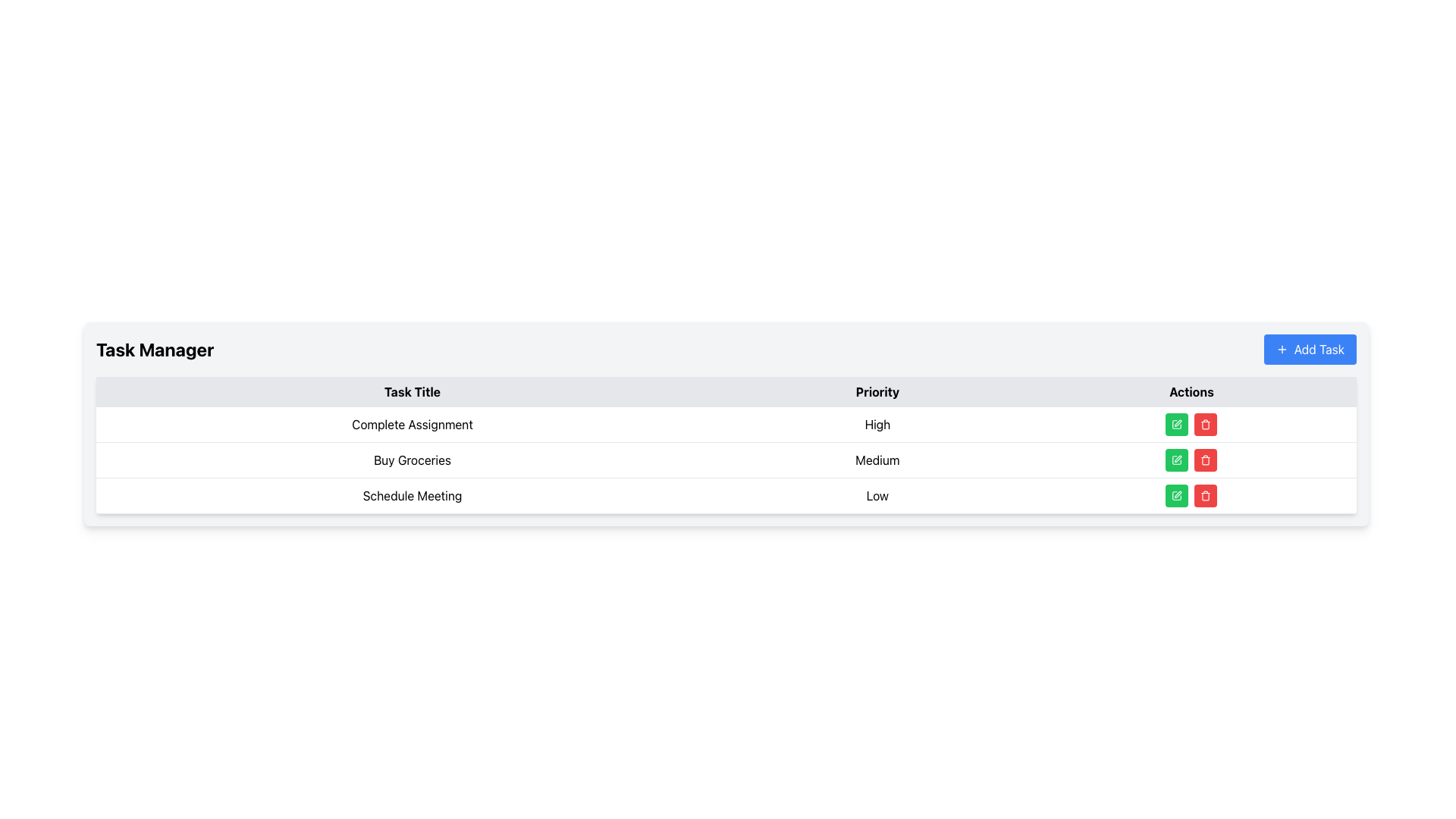  What do you see at coordinates (1205, 424) in the screenshot?
I see `the delete button located in the 'Actions' column of the last row in the table, positioned to the right of the green edit button` at bounding box center [1205, 424].